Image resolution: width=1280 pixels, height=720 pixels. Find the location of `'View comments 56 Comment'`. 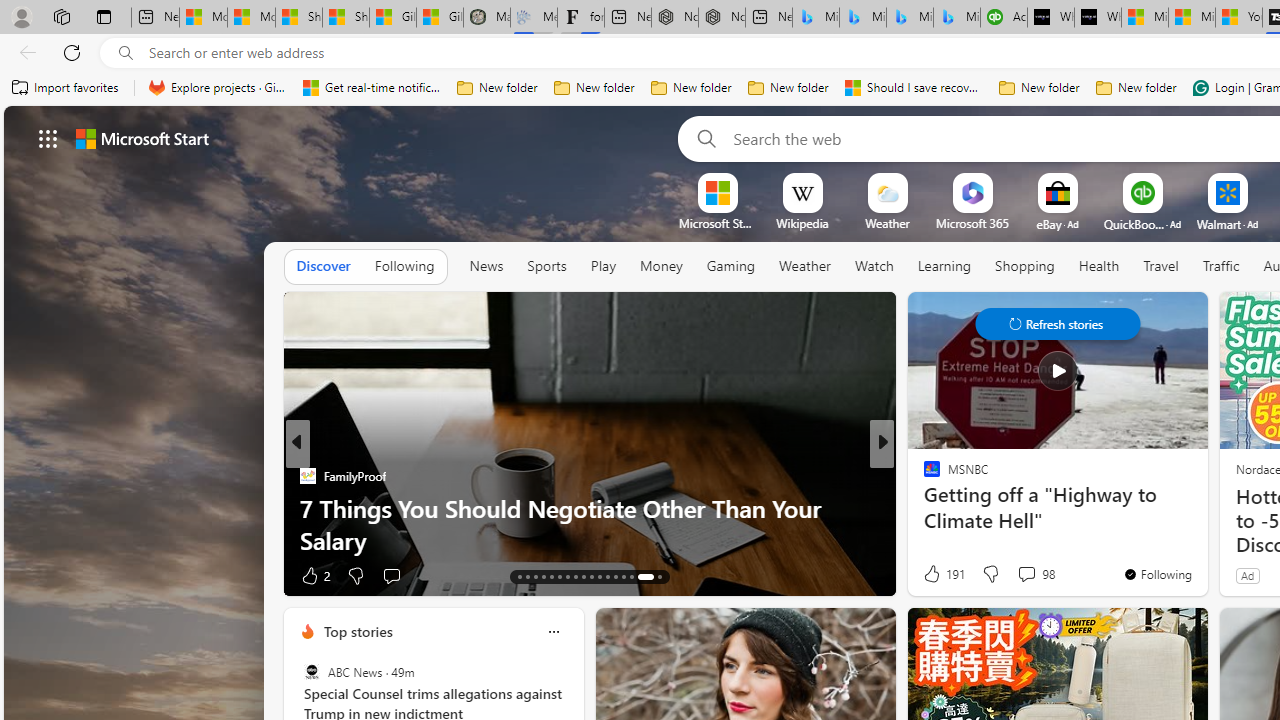

'View comments 56 Comment' is located at coordinates (1020, 575).